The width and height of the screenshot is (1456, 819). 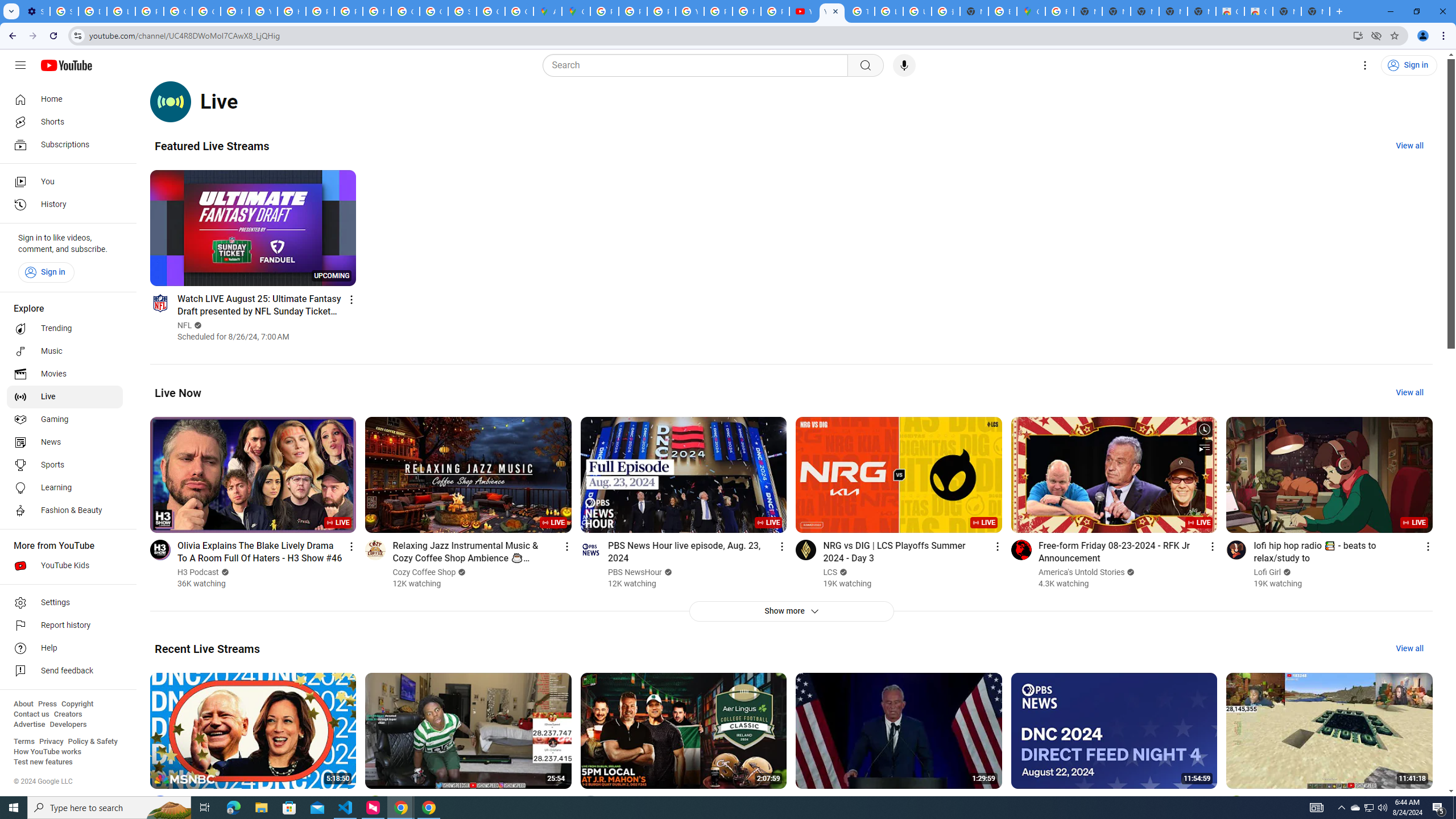 I want to click on 'America', so click(x=1081, y=572).